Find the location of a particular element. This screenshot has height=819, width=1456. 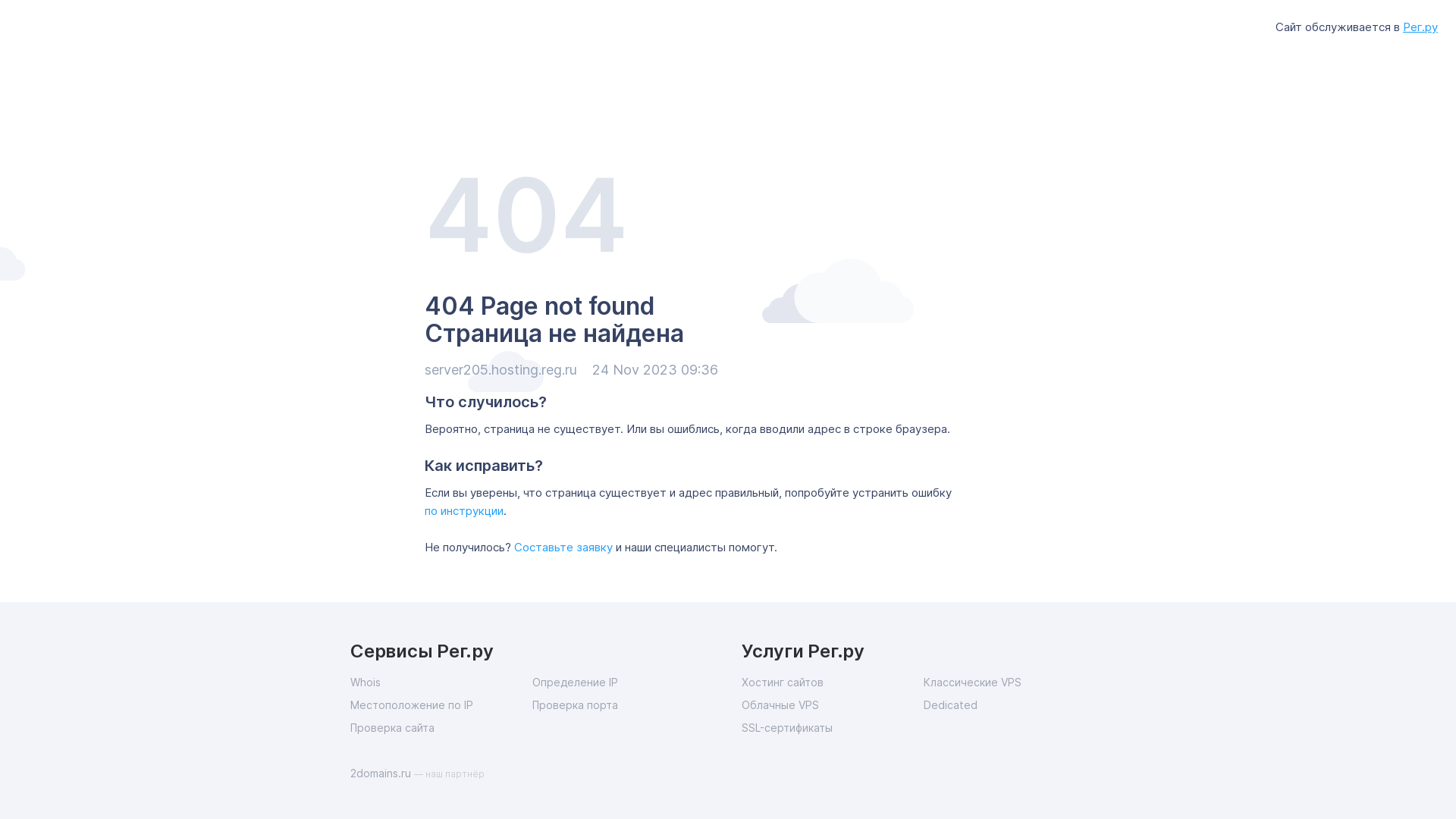

'2domains.ru' is located at coordinates (382, 773).